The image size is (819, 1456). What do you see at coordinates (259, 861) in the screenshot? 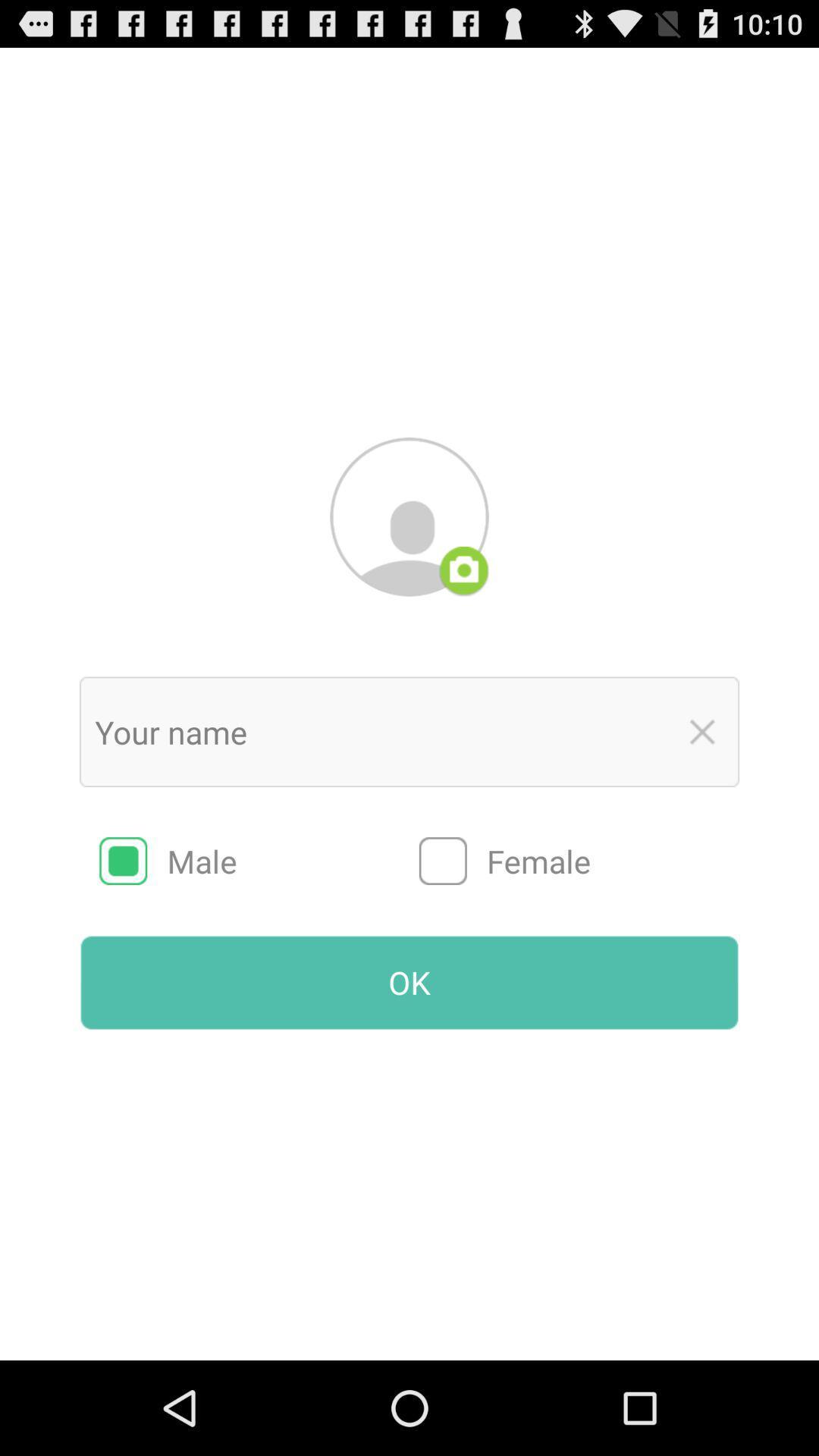
I see `the male icon` at bounding box center [259, 861].